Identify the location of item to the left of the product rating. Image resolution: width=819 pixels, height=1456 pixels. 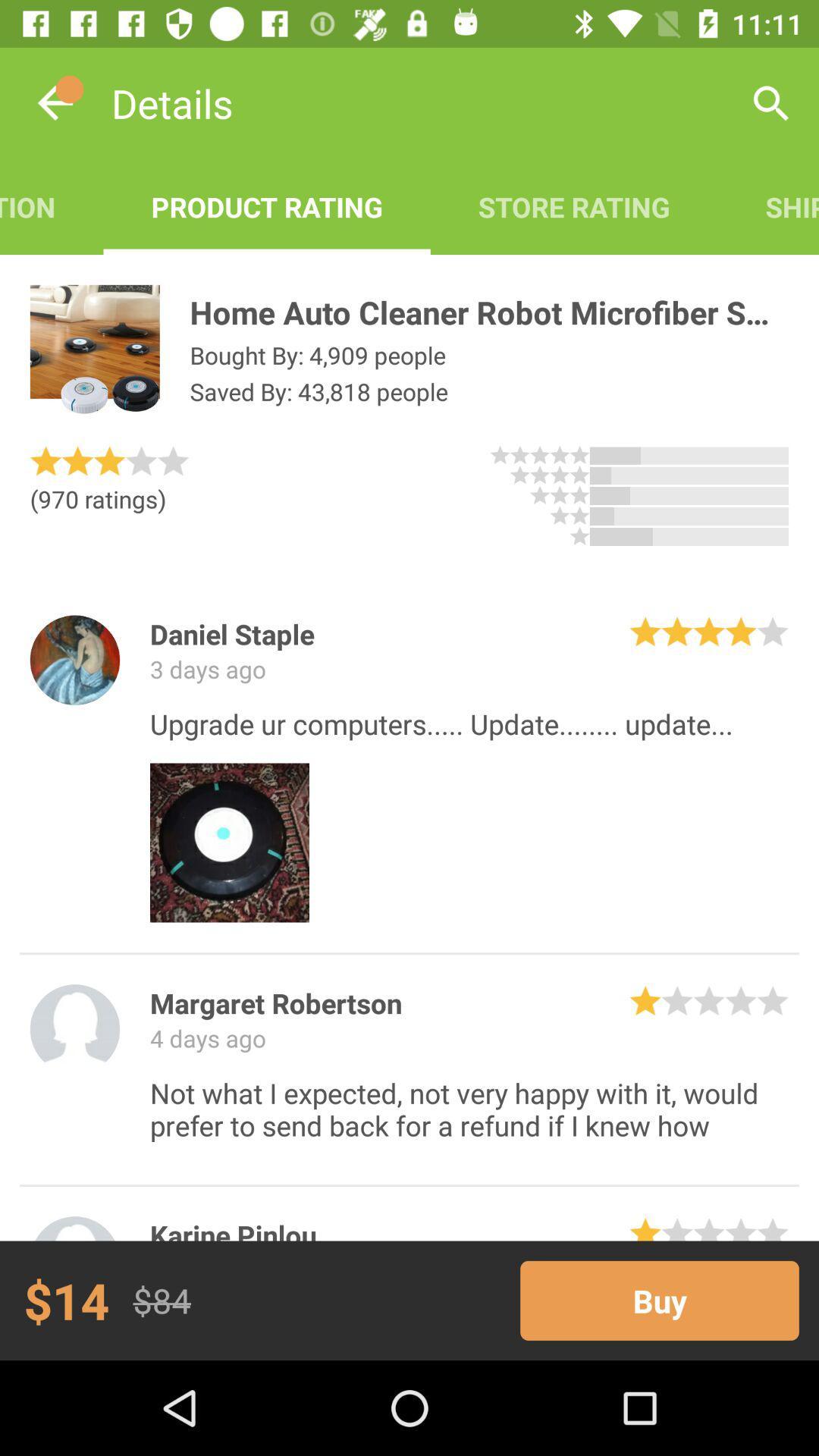
(51, 206).